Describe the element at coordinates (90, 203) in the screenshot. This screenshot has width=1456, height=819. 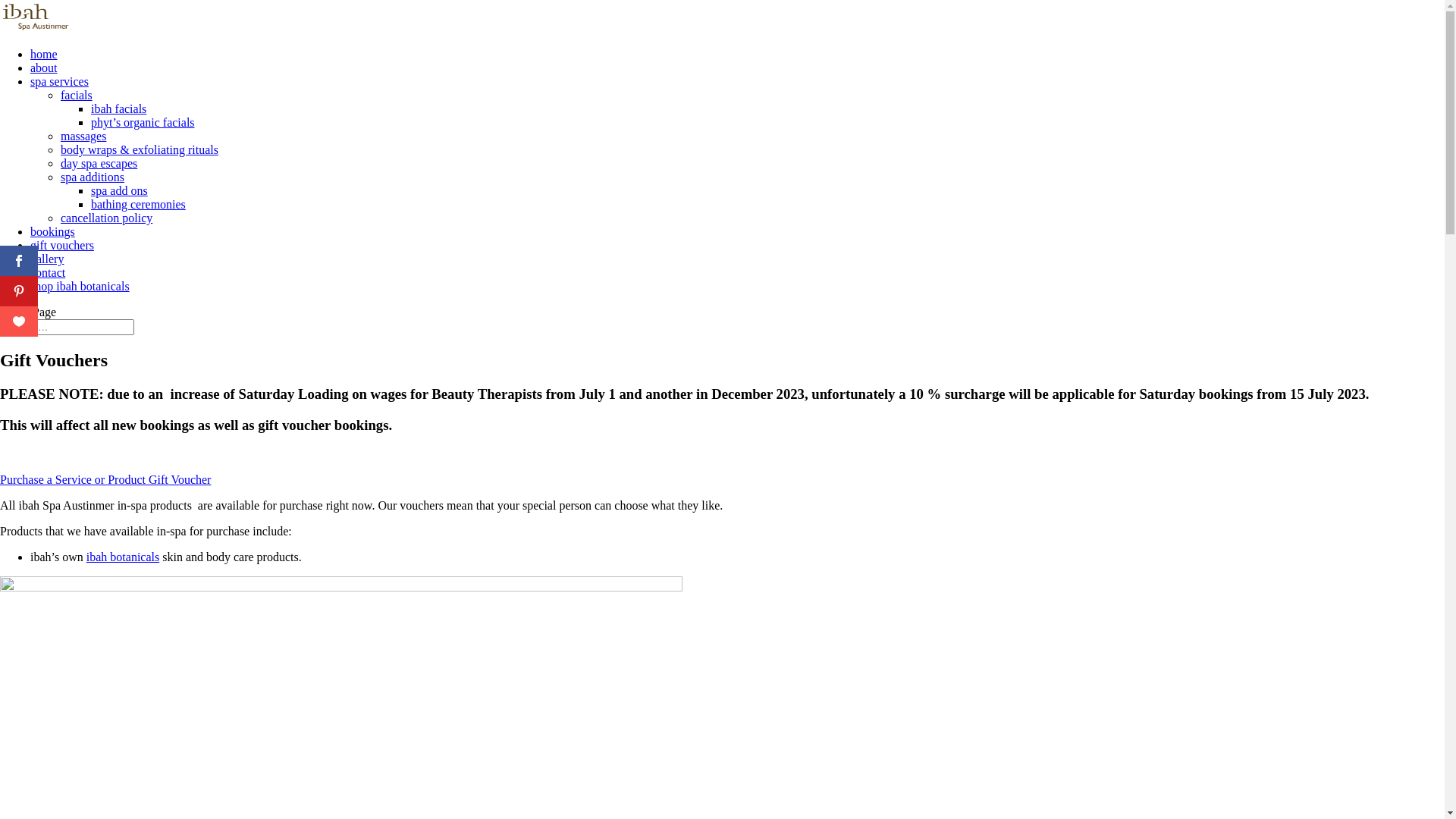
I see `'bathing ceremonies'` at that location.